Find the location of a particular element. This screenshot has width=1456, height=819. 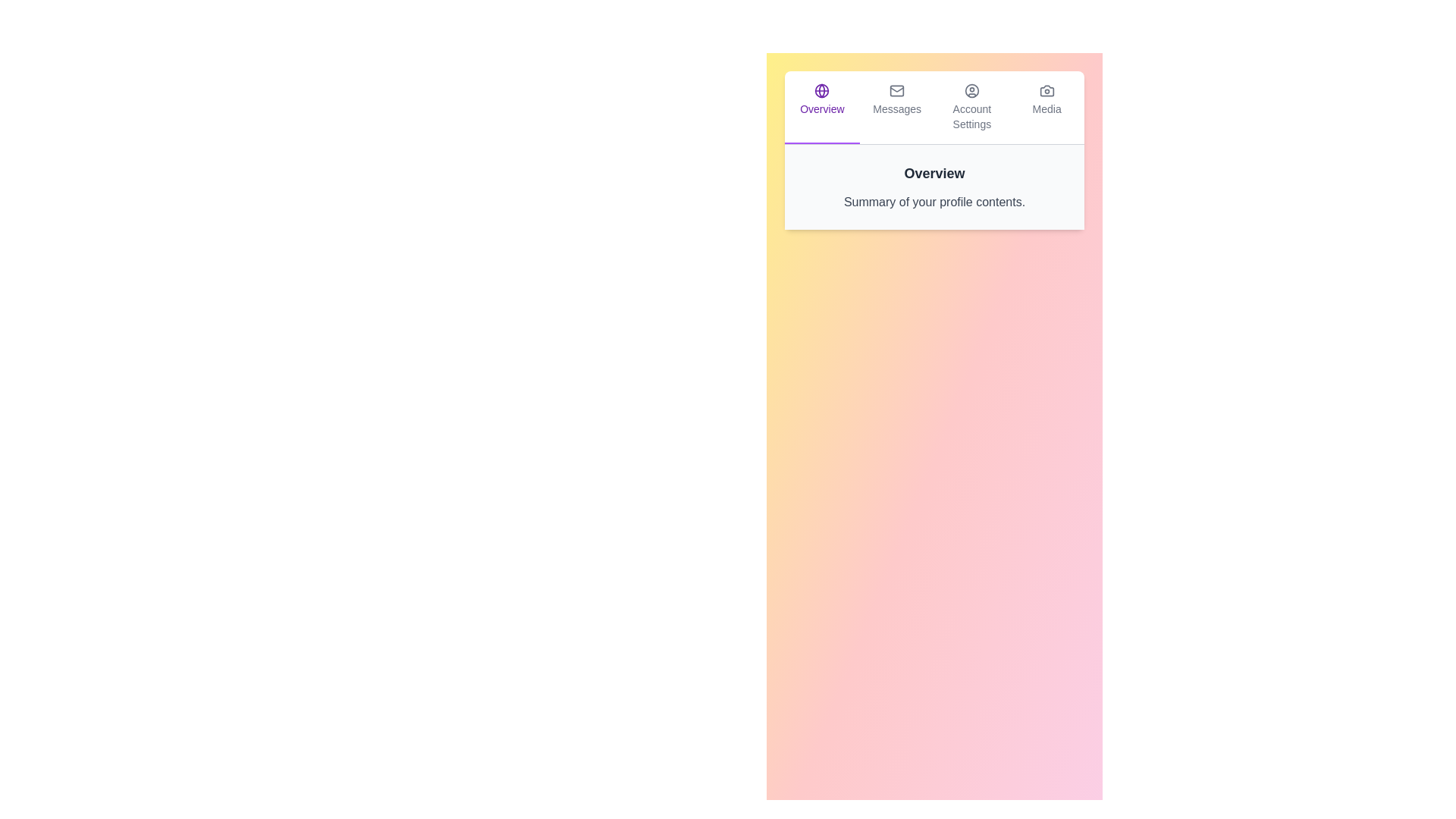

the tab labeled Account Settings is located at coordinates (971, 107).